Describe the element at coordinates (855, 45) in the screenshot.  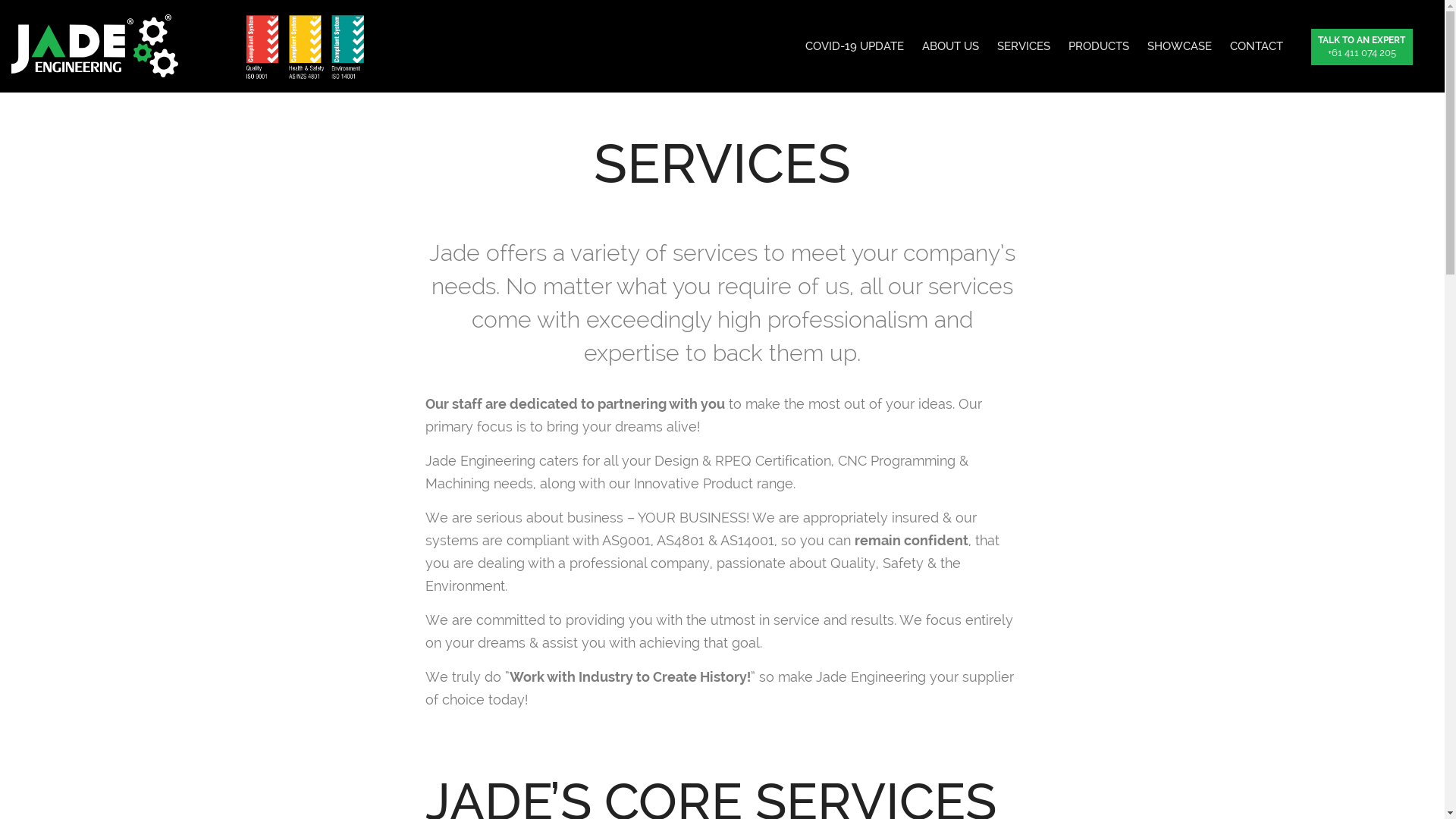
I see `'COVID-19 UPDATE'` at that location.